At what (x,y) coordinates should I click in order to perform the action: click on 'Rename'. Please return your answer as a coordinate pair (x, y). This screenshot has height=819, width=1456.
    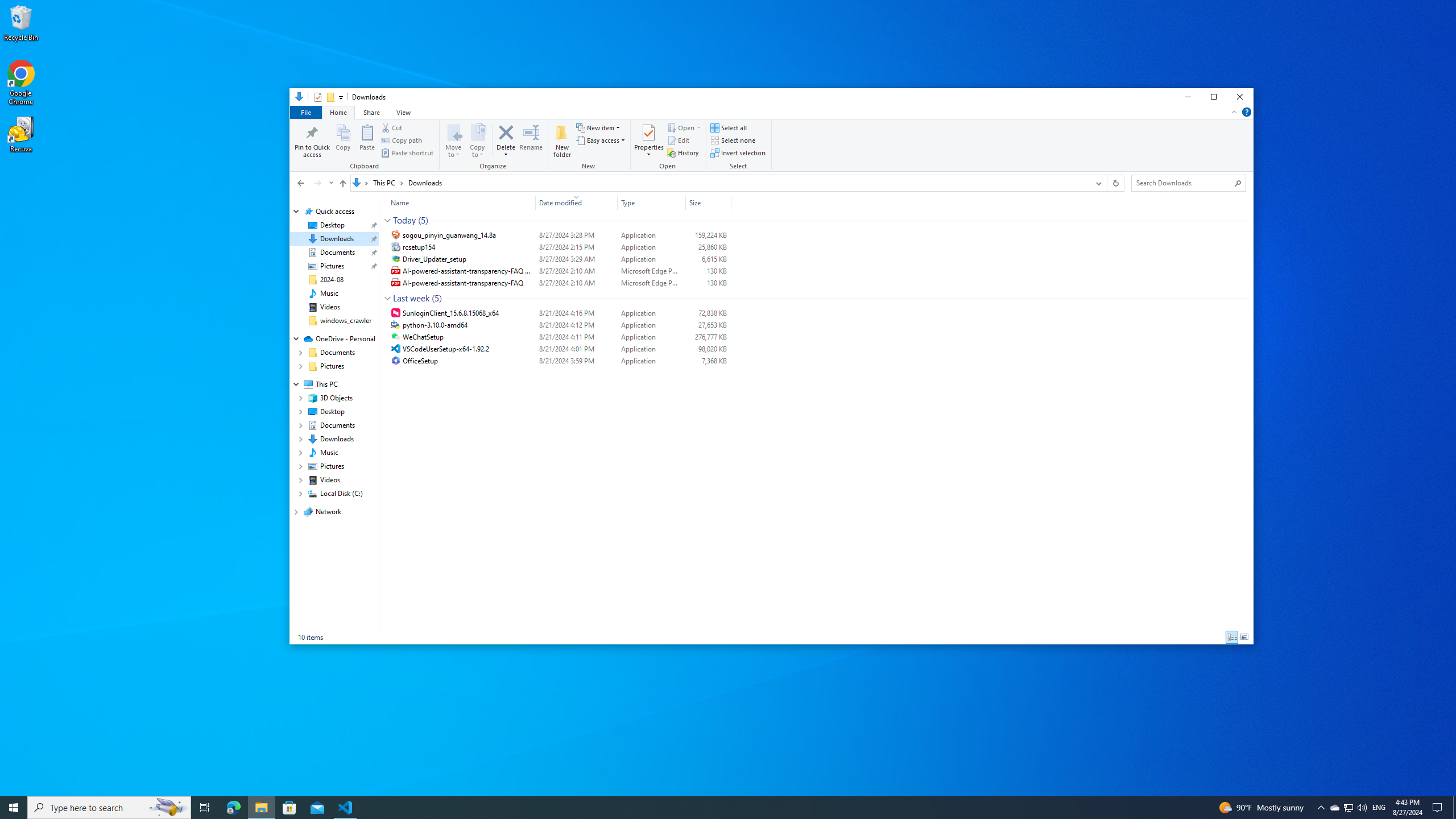
    Looking at the image, I should click on (531, 139).